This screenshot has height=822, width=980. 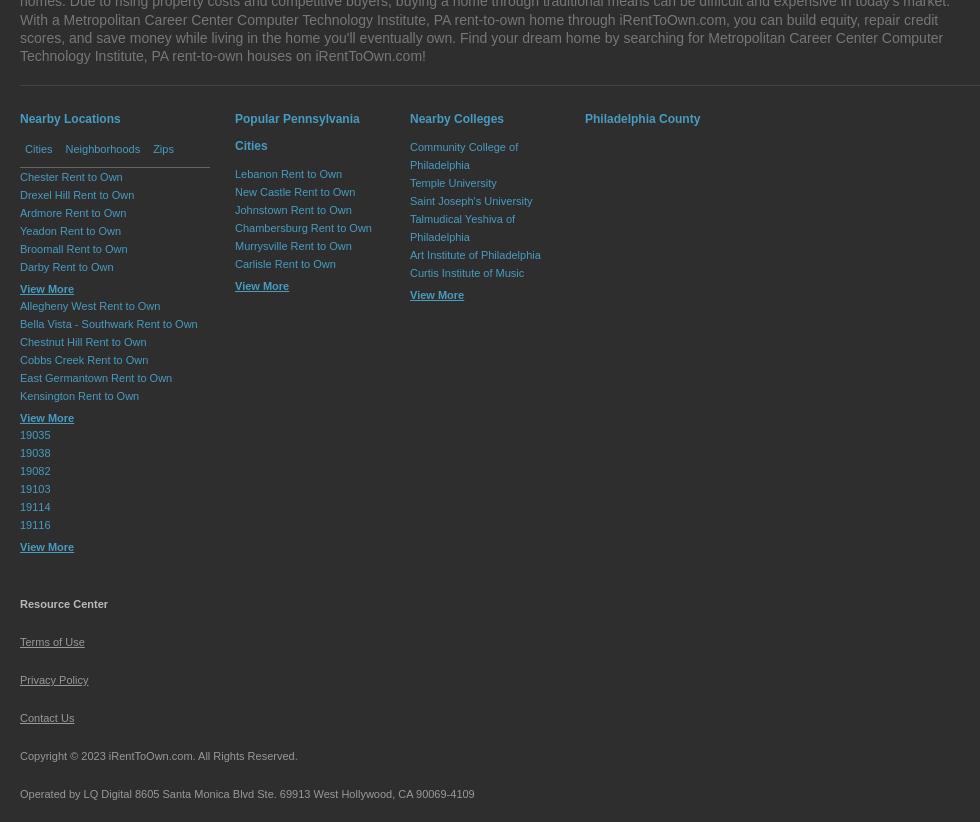 I want to click on 'Murrysville
Rent to Own', so click(x=293, y=246).